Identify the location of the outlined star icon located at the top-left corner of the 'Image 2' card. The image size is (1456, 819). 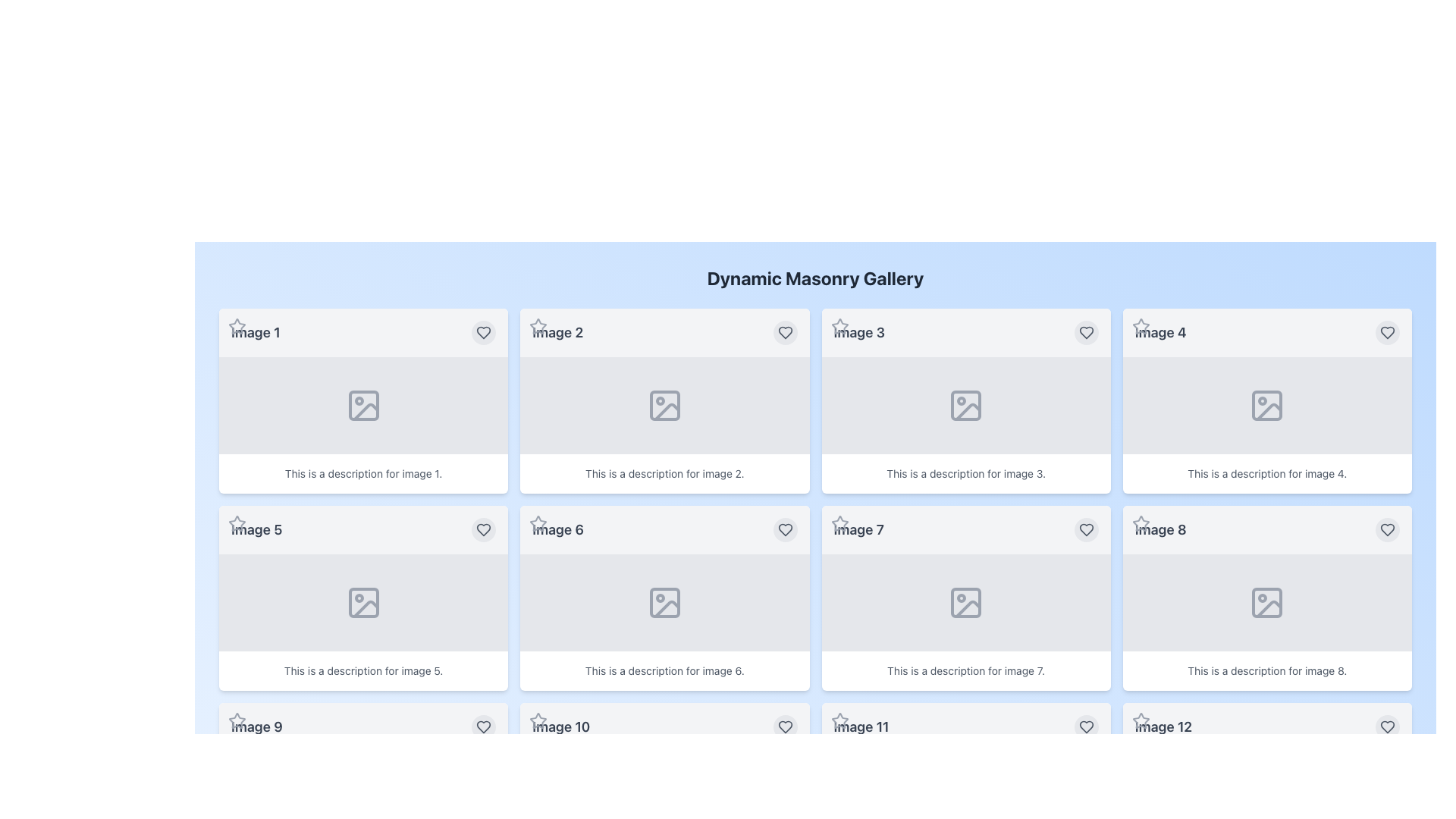
(538, 326).